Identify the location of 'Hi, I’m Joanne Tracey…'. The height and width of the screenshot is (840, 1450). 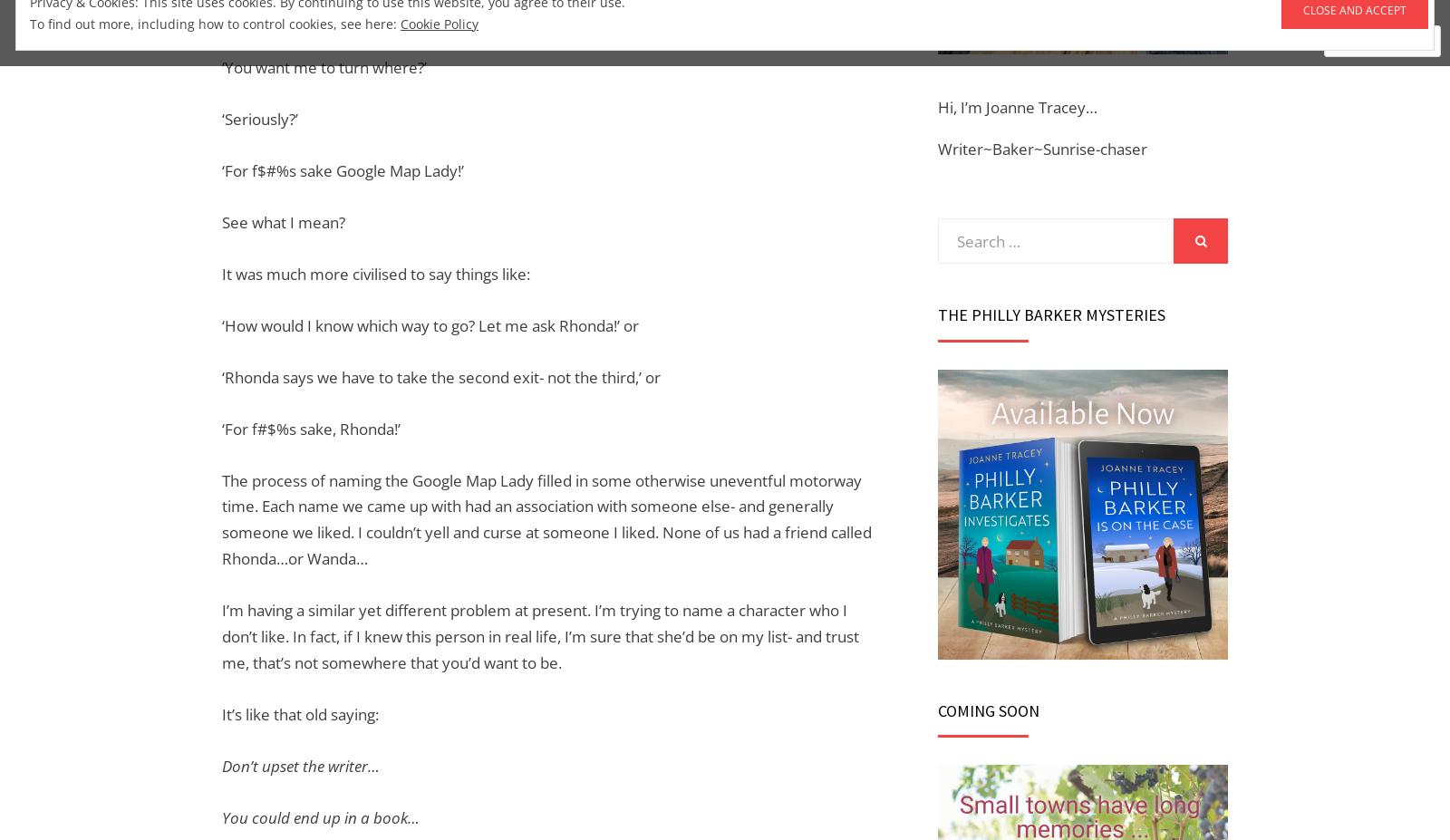
(938, 105).